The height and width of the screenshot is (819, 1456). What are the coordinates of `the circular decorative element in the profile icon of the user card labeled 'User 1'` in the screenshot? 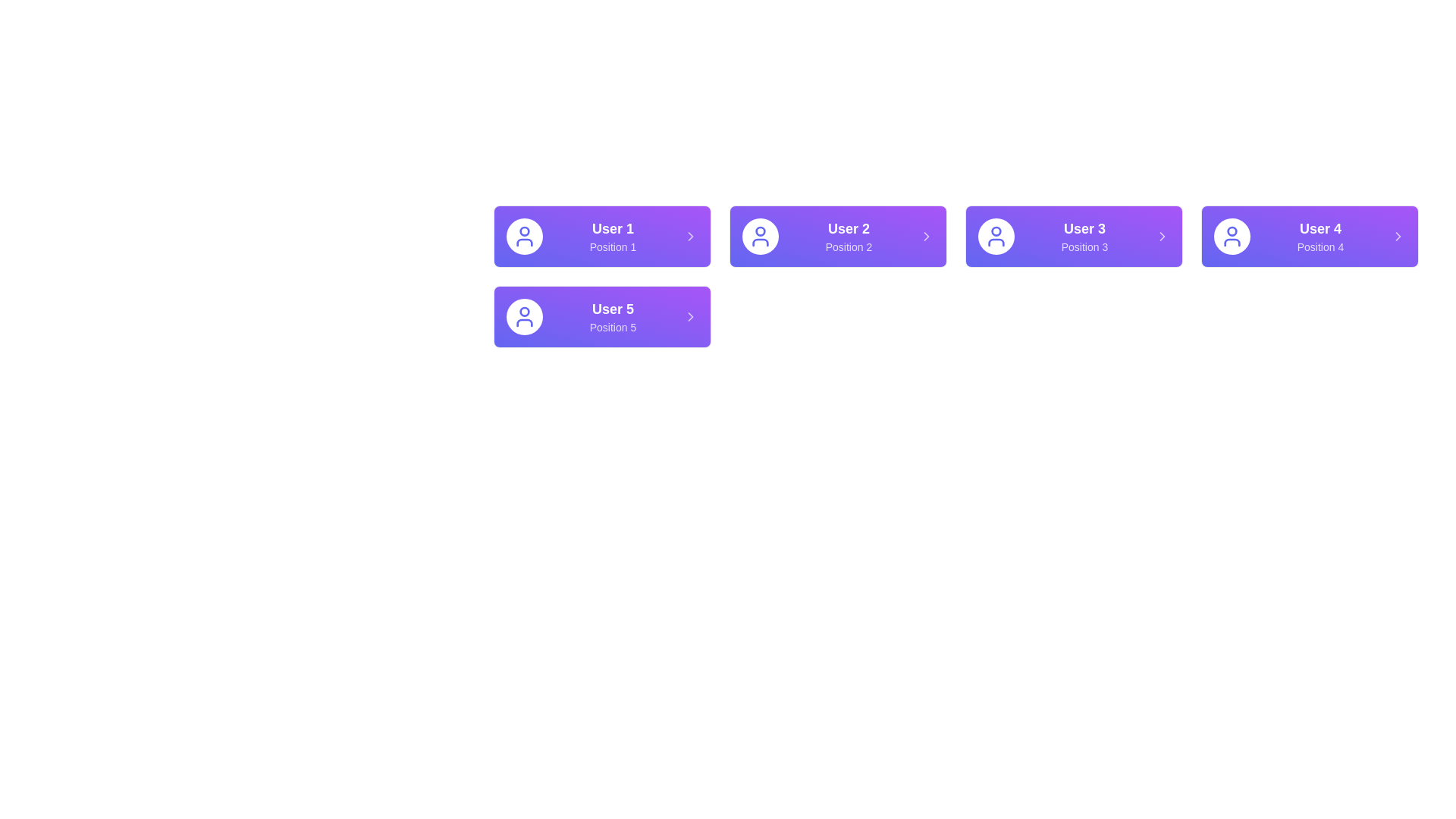 It's located at (524, 231).